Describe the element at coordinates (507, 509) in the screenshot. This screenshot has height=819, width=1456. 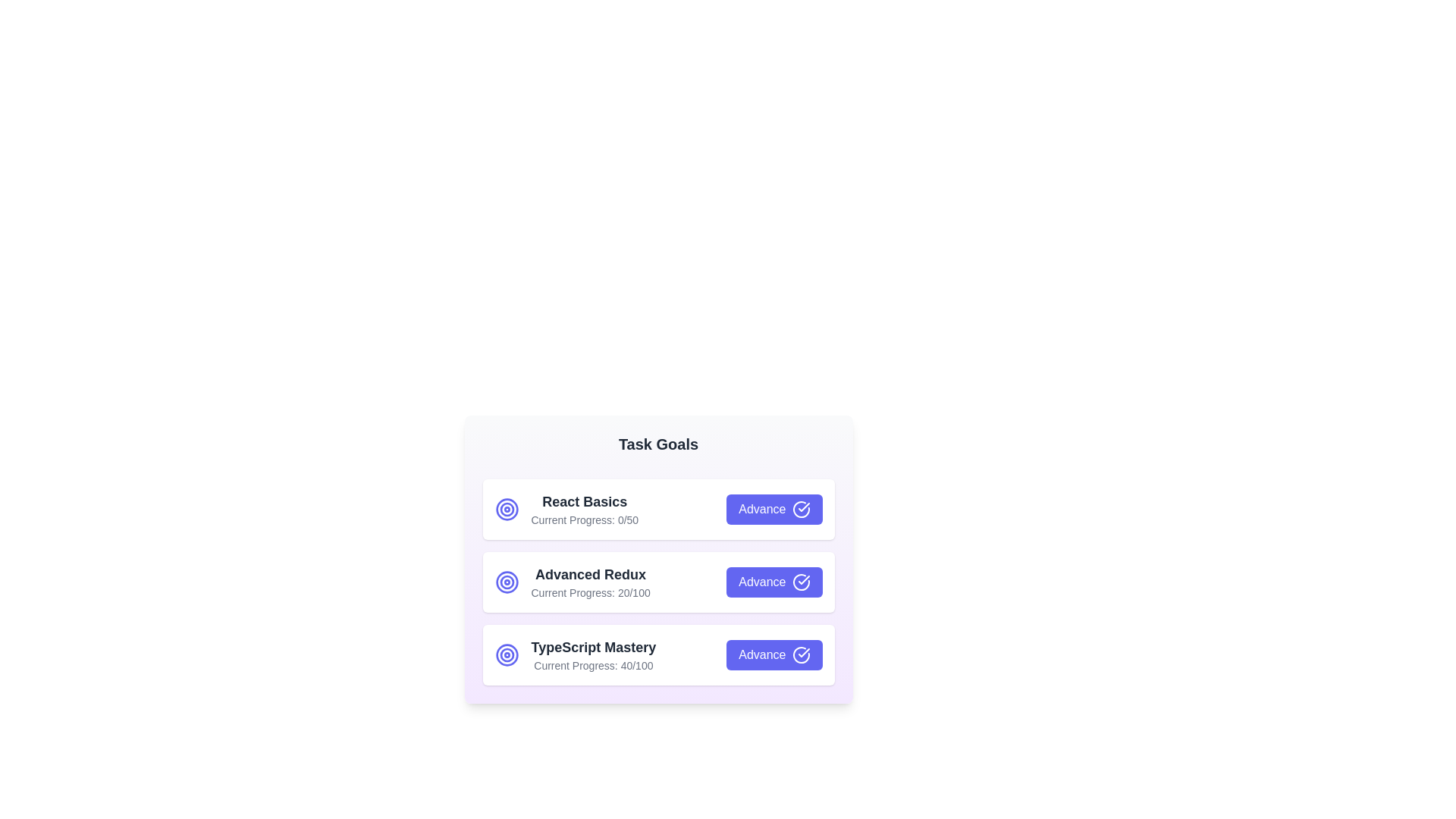
I see `the visual indicator icon representing the 'React Basics' task in the 'Task Goals' section, located at the leftmost position adjacent to the text 'React Basics'` at that location.